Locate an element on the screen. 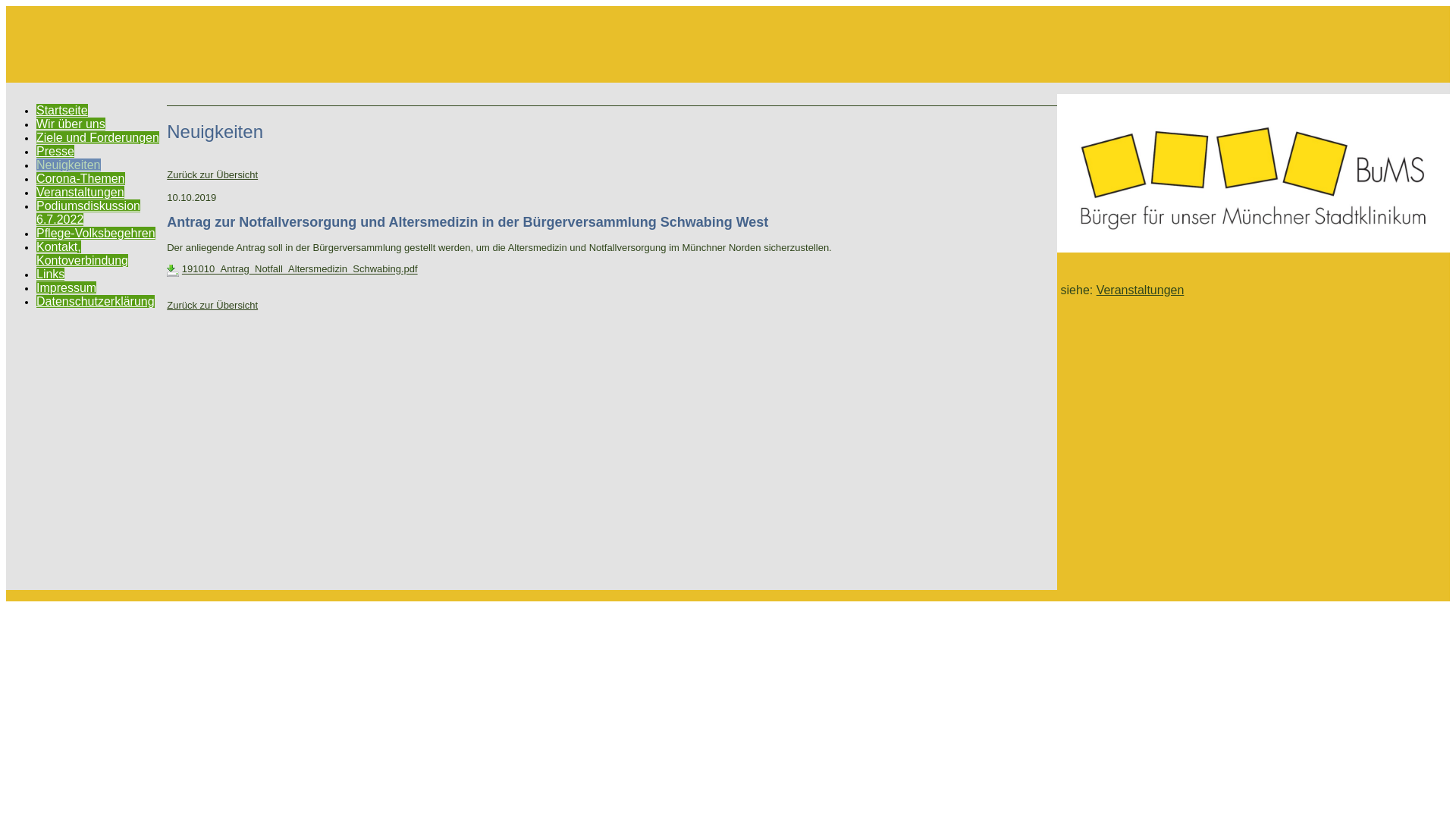 The height and width of the screenshot is (819, 1456). 'Presse' is located at coordinates (36, 151).